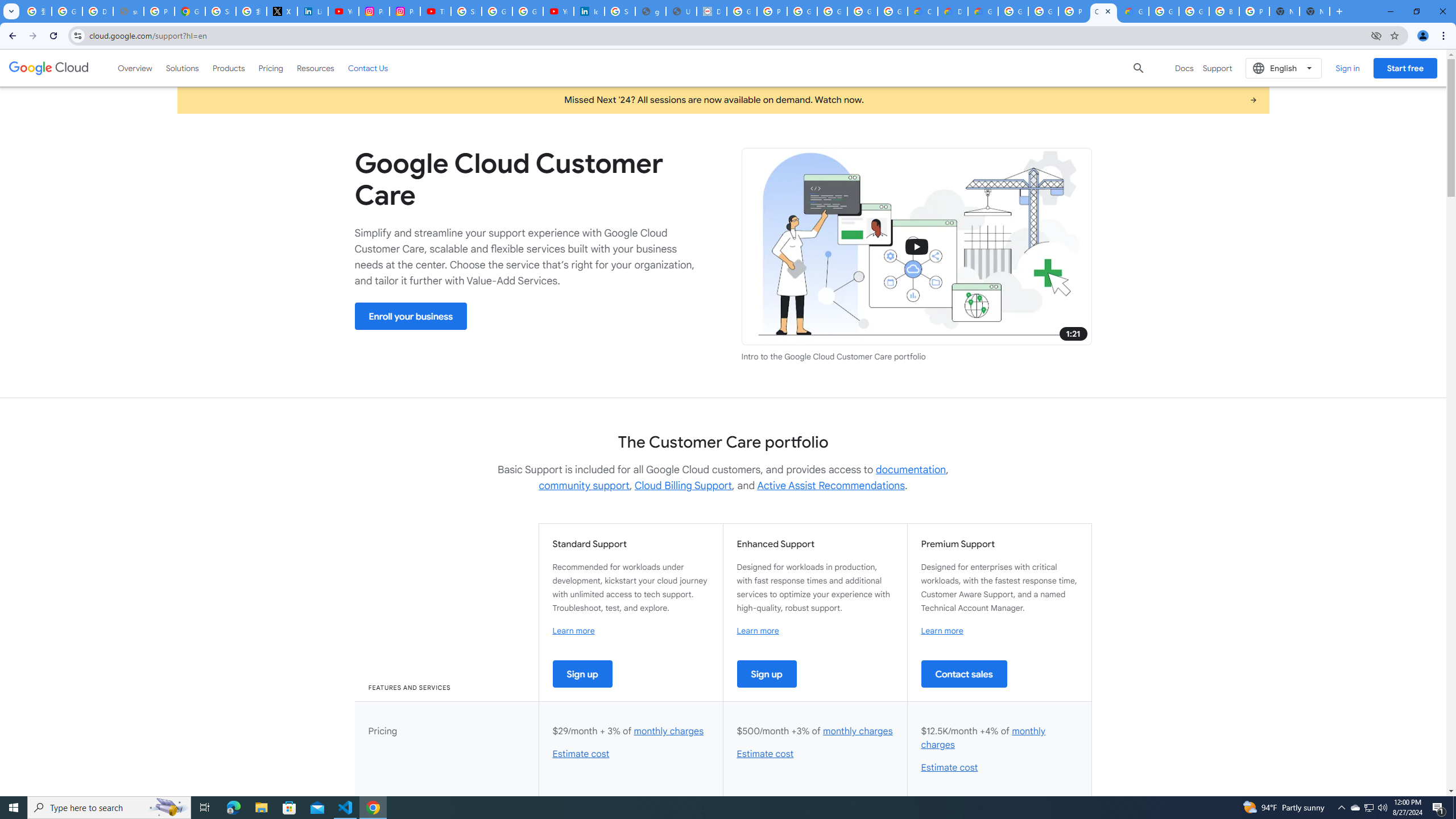 The height and width of the screenshot is (819, 1456). What do you see at coordinates (181, 67) in the screenshot?
I see `'Solutions'` at bounding box center [181, 67].